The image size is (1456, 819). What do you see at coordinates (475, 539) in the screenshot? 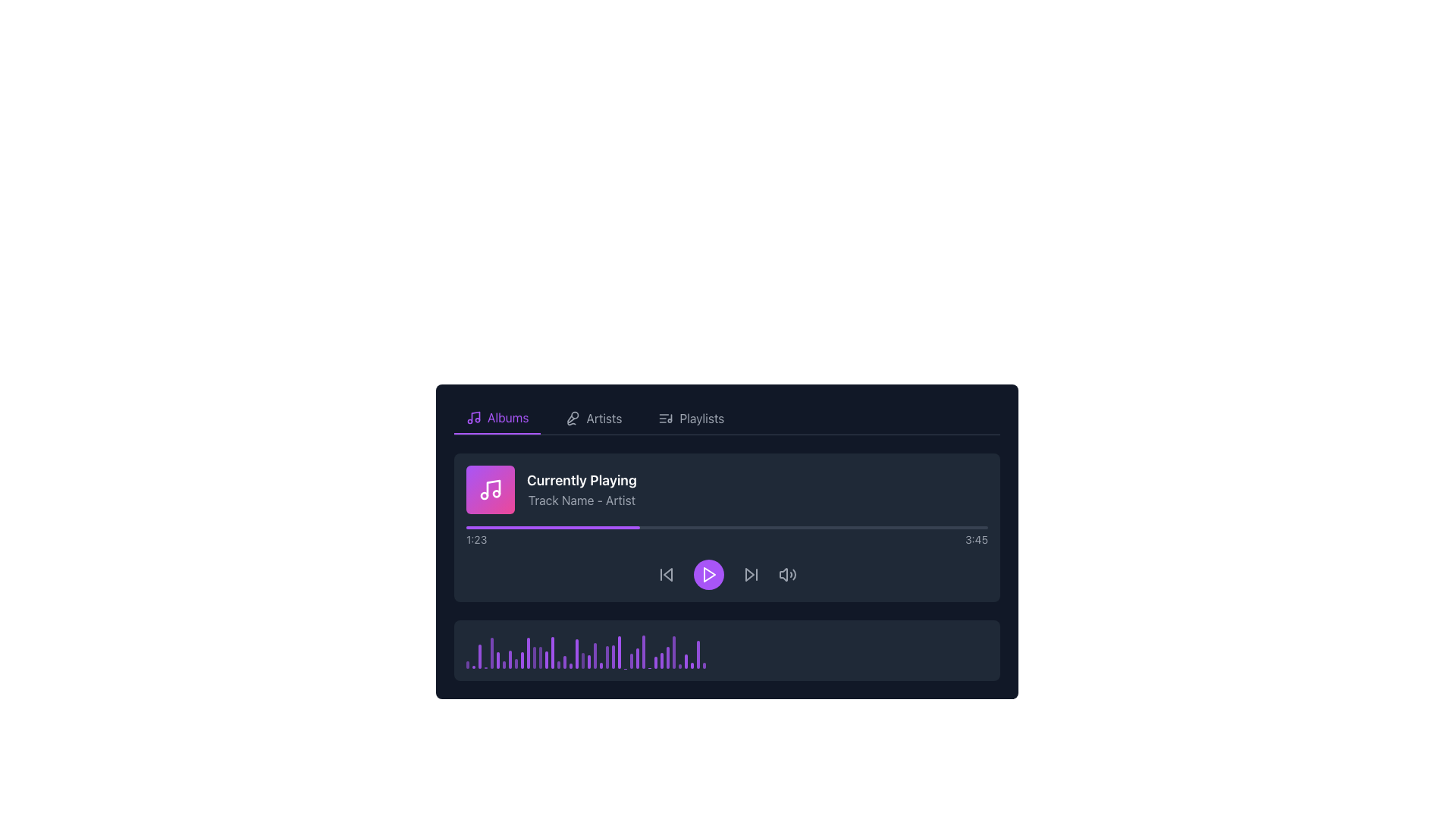
I see `the current playback time displayed in the Text Label located to the left of '3:45' in the media player interface` at bounding box center [475, 539].